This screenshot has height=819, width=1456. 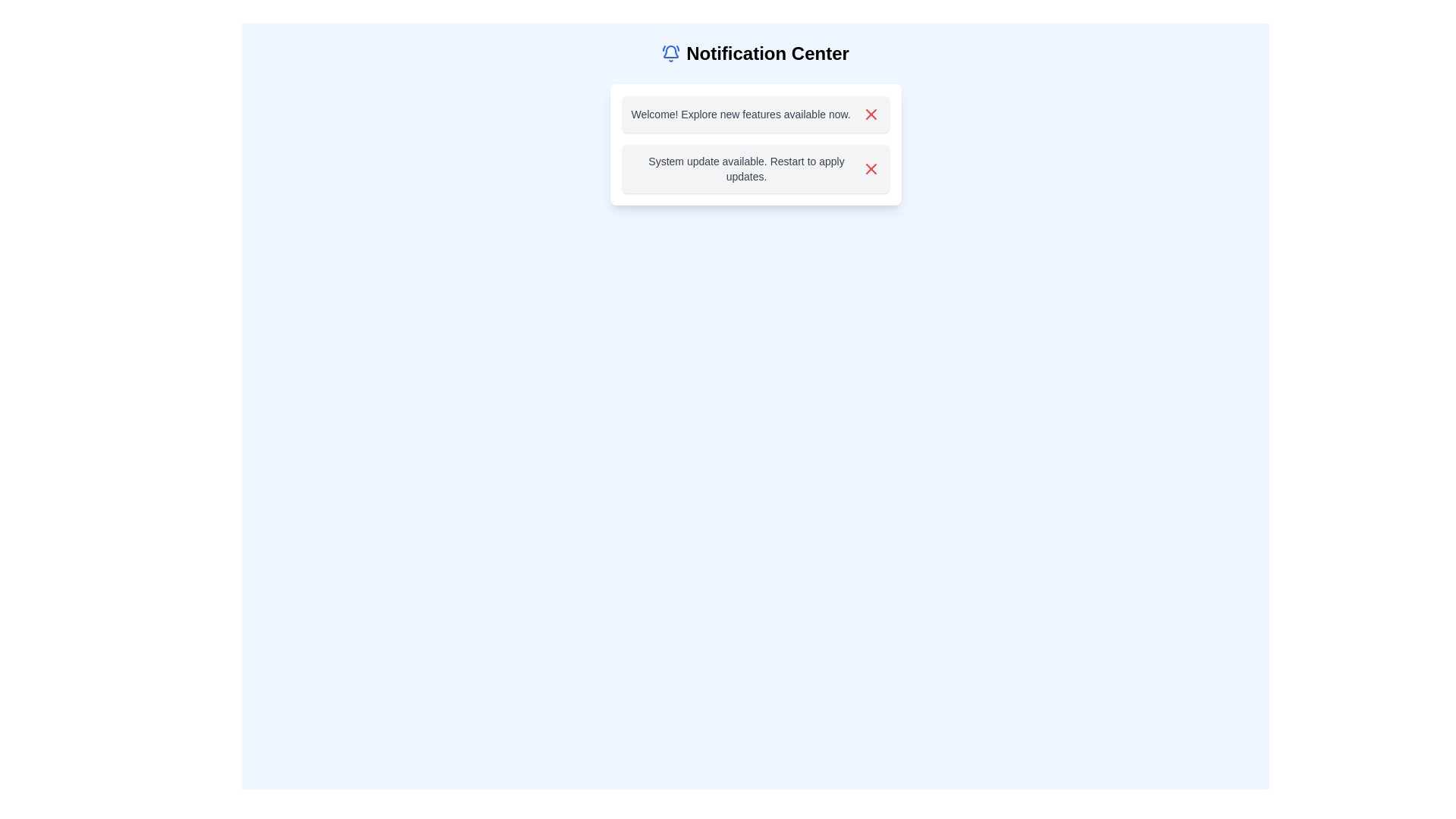 I want to click on the Text label that informs users about the system update availability and the need to restart to apply updates, so click(x=746, y=169).